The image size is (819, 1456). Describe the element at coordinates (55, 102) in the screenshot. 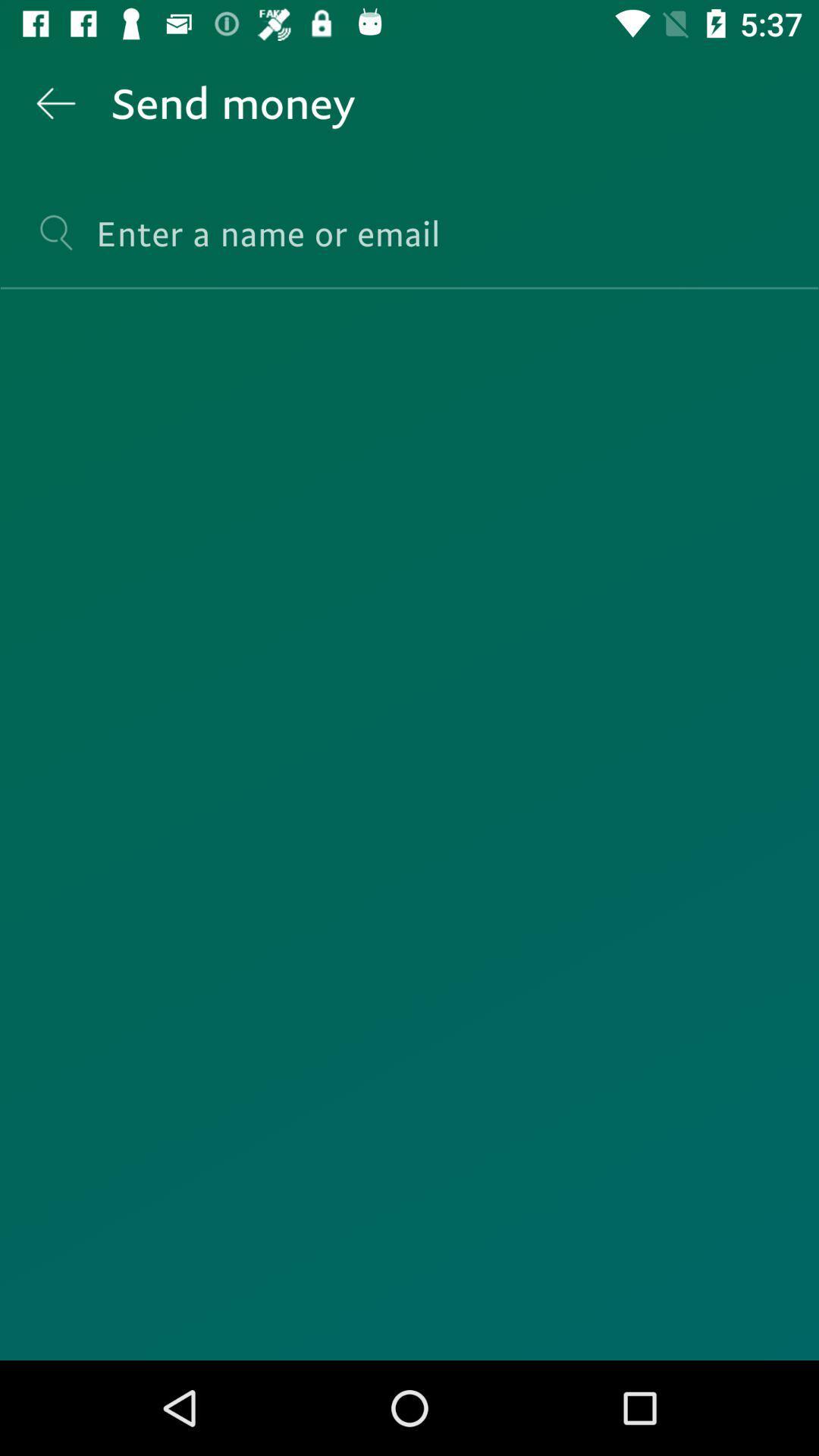

I see `item next to the send money item` at that location.